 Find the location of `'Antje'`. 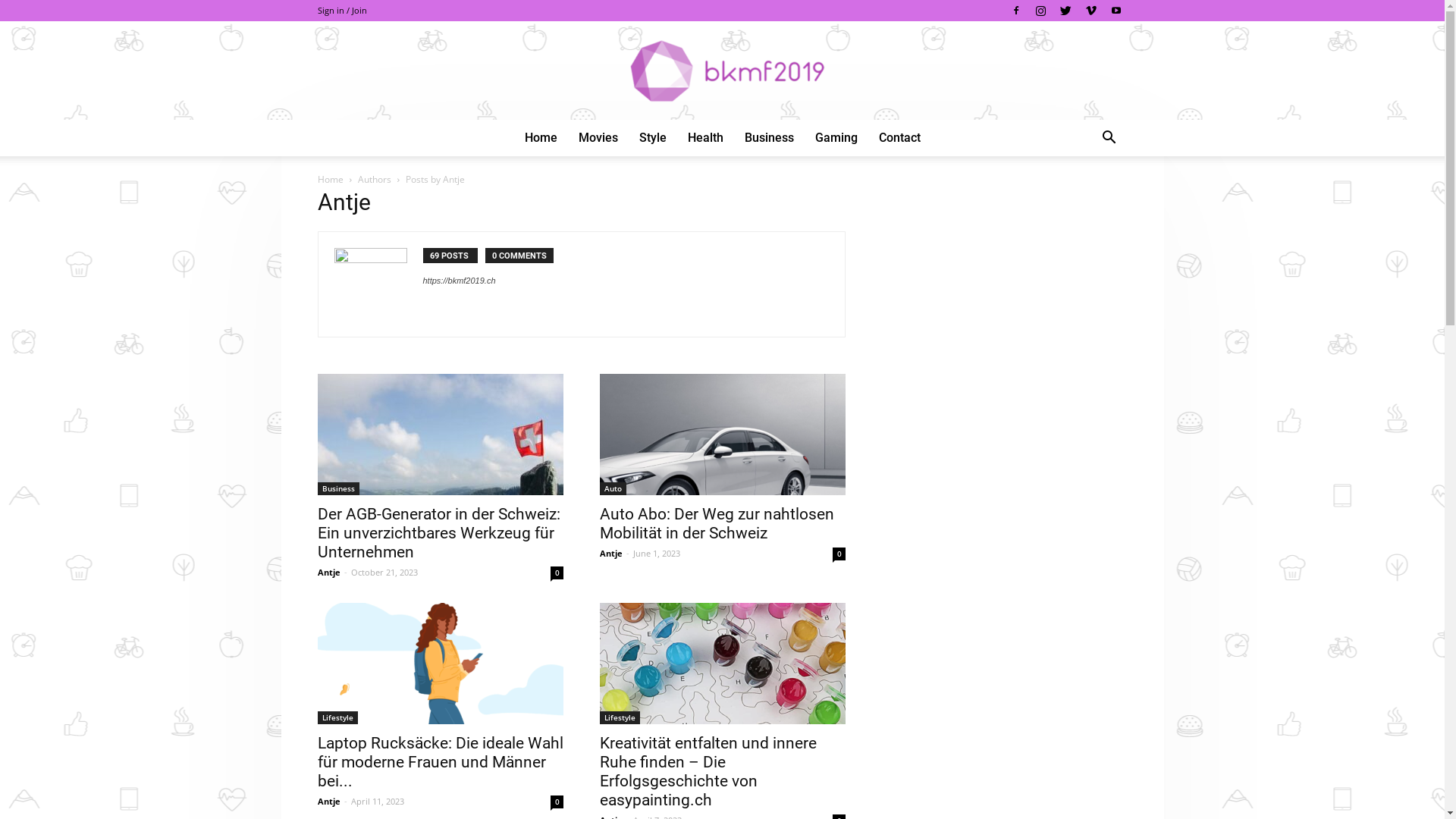

'Antje' is located at coordinates (327, 572).